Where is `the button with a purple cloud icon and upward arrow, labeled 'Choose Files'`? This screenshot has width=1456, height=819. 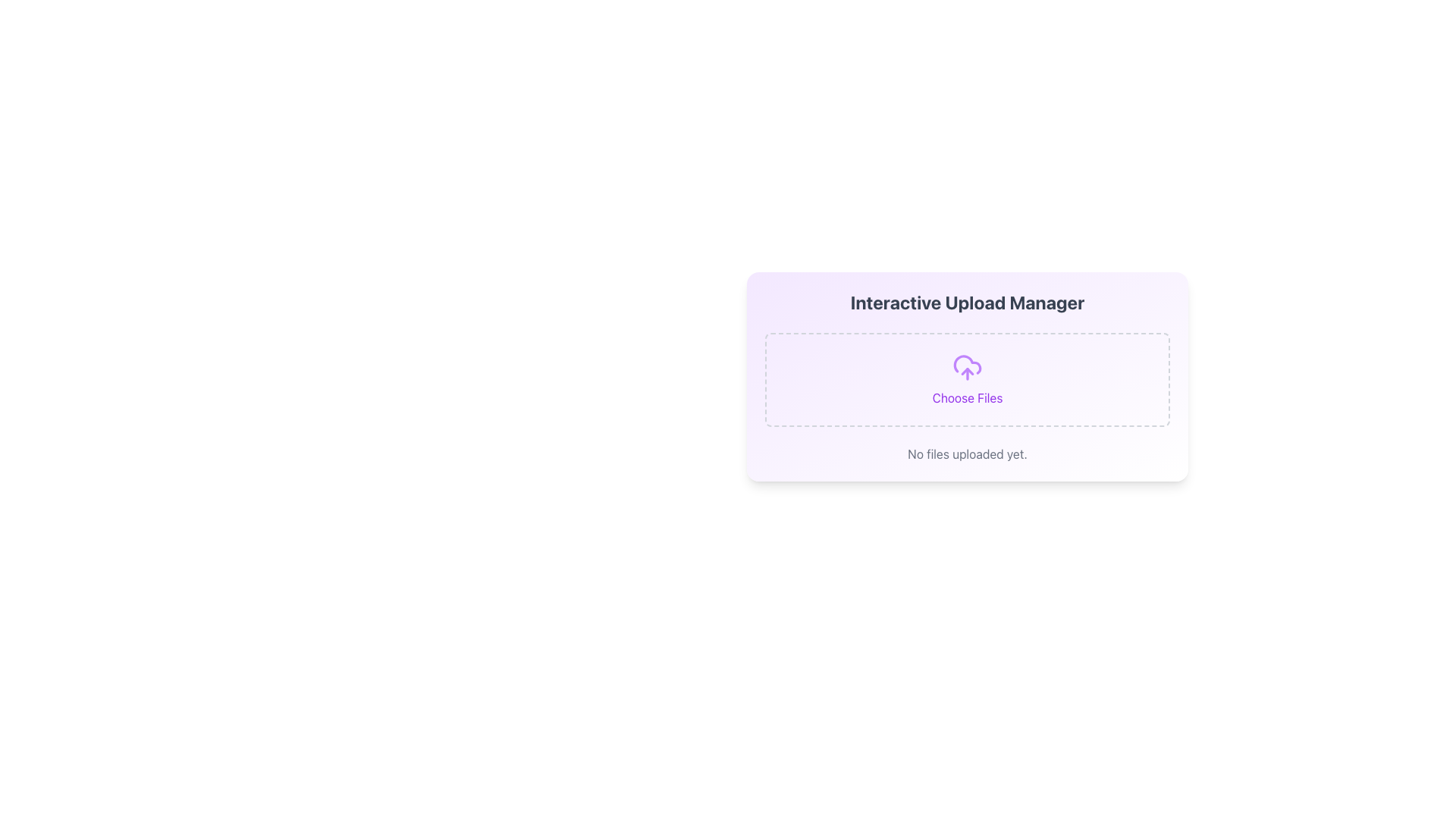 the button with a purple cloud icon and upward arrow, labeled 'Choose Files' is located at coordinates (967, 379).